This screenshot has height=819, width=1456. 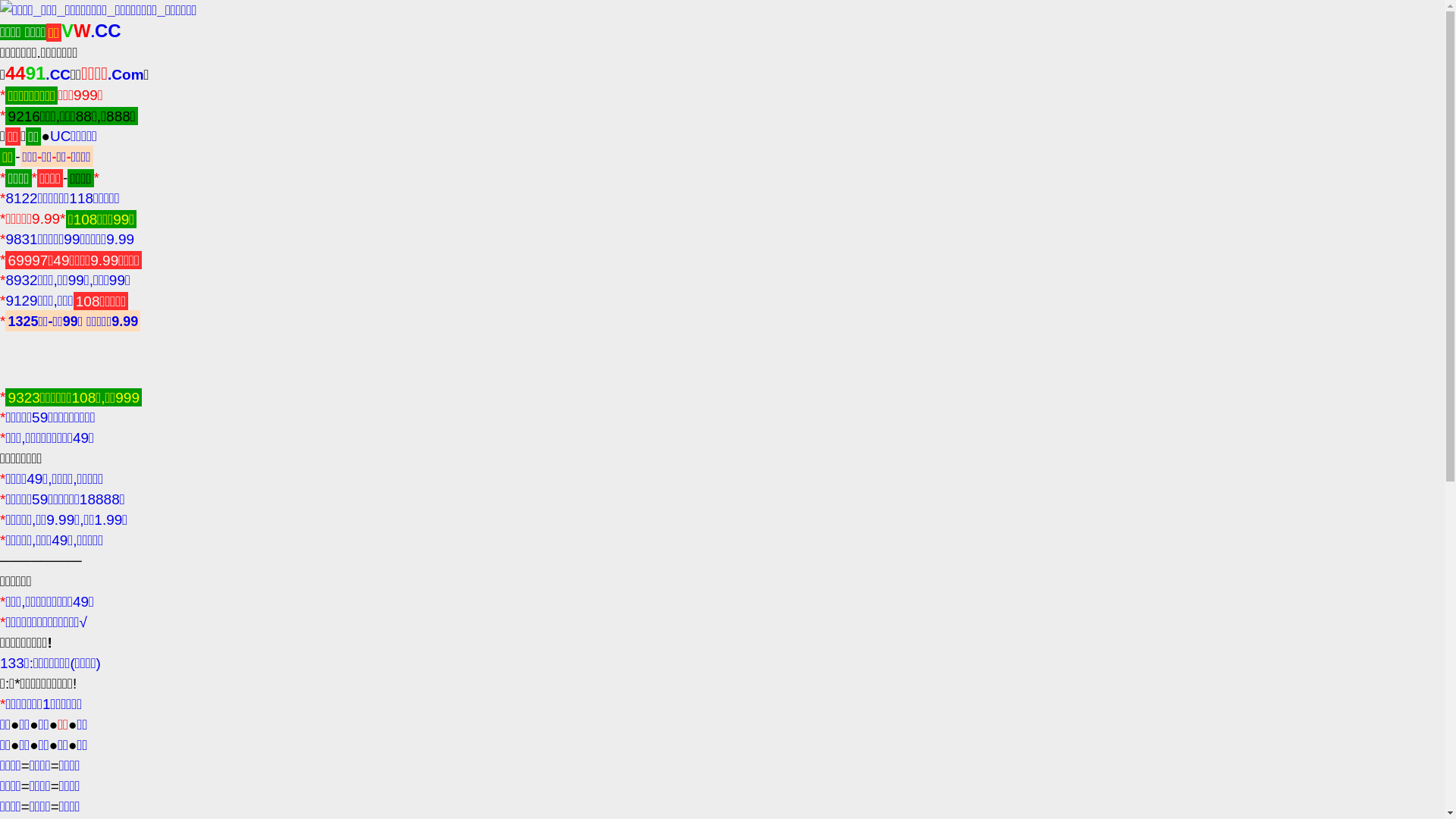 What do you see at coordinates (37, 74) in the screenshot?
I see `'4491.CC'` at bounding box center [37, 74].